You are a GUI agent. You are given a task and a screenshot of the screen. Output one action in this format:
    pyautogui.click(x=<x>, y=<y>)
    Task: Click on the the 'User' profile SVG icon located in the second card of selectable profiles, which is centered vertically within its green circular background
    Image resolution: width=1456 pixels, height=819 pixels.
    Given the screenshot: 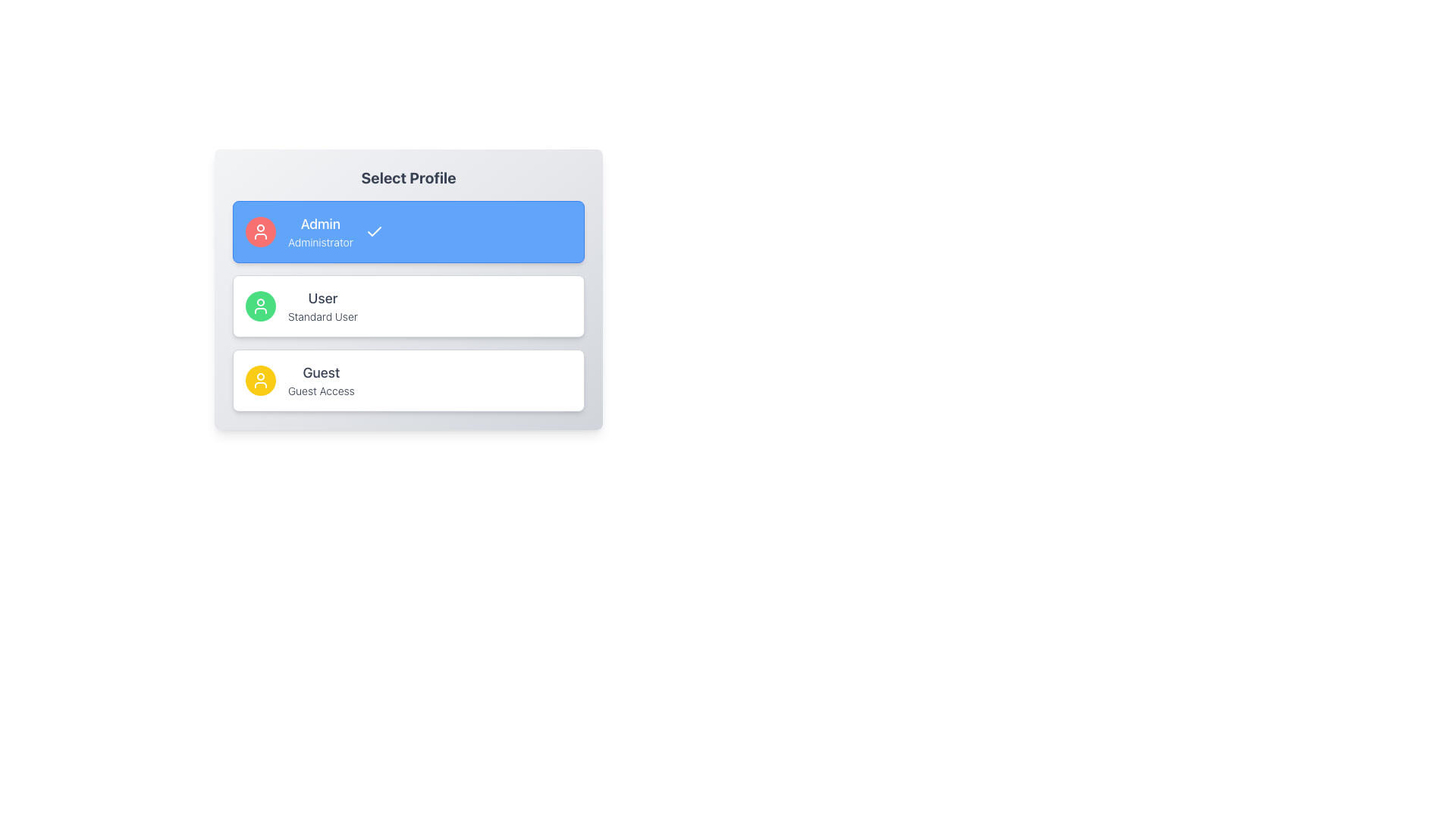 What is the action you would take?
    pyautogui.click(x=261, y=306)
    